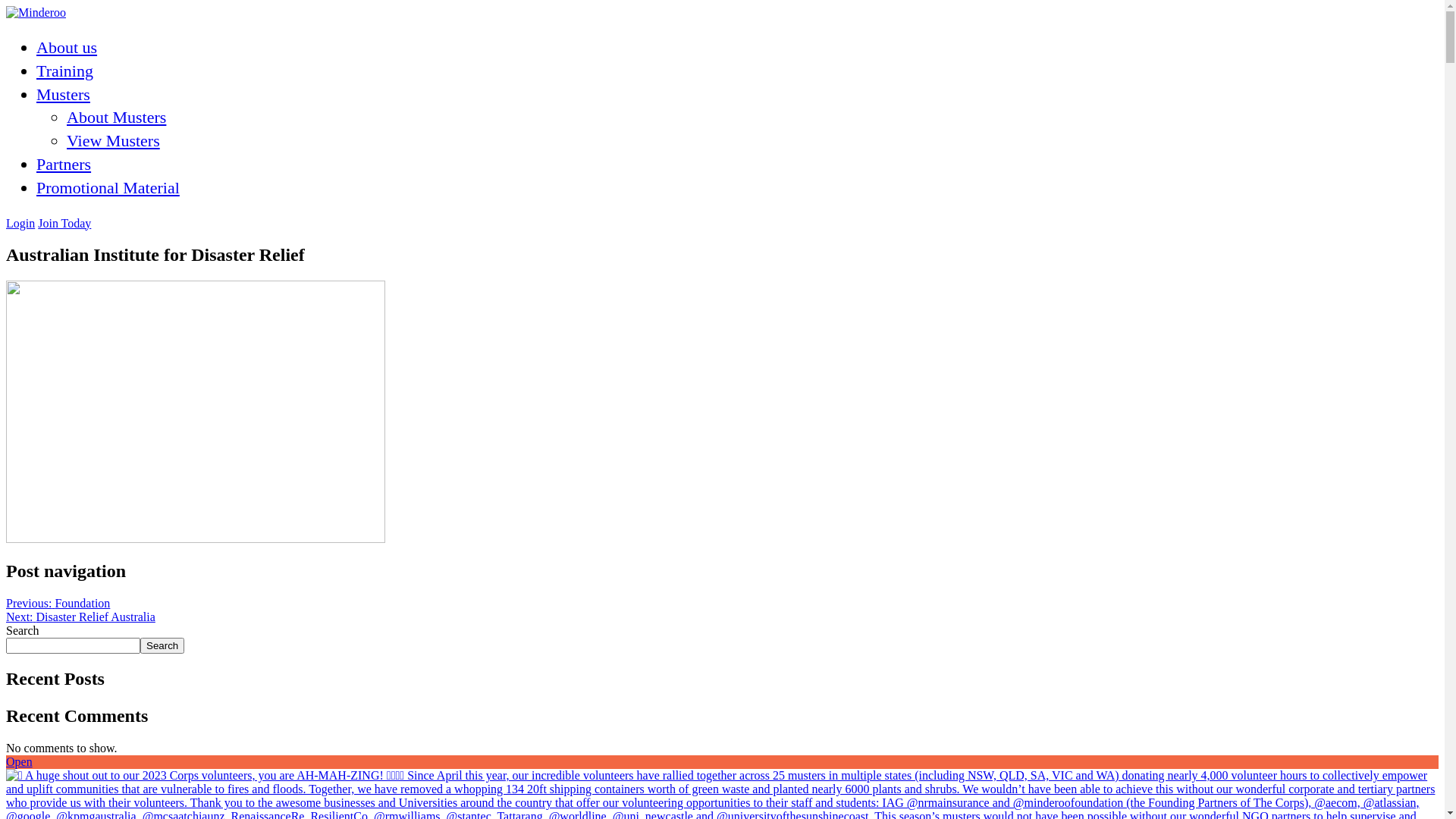  What do you see at coordinates (162, 645) in the screenshot?
I see `'Search'` at bounding box center [162, 645].